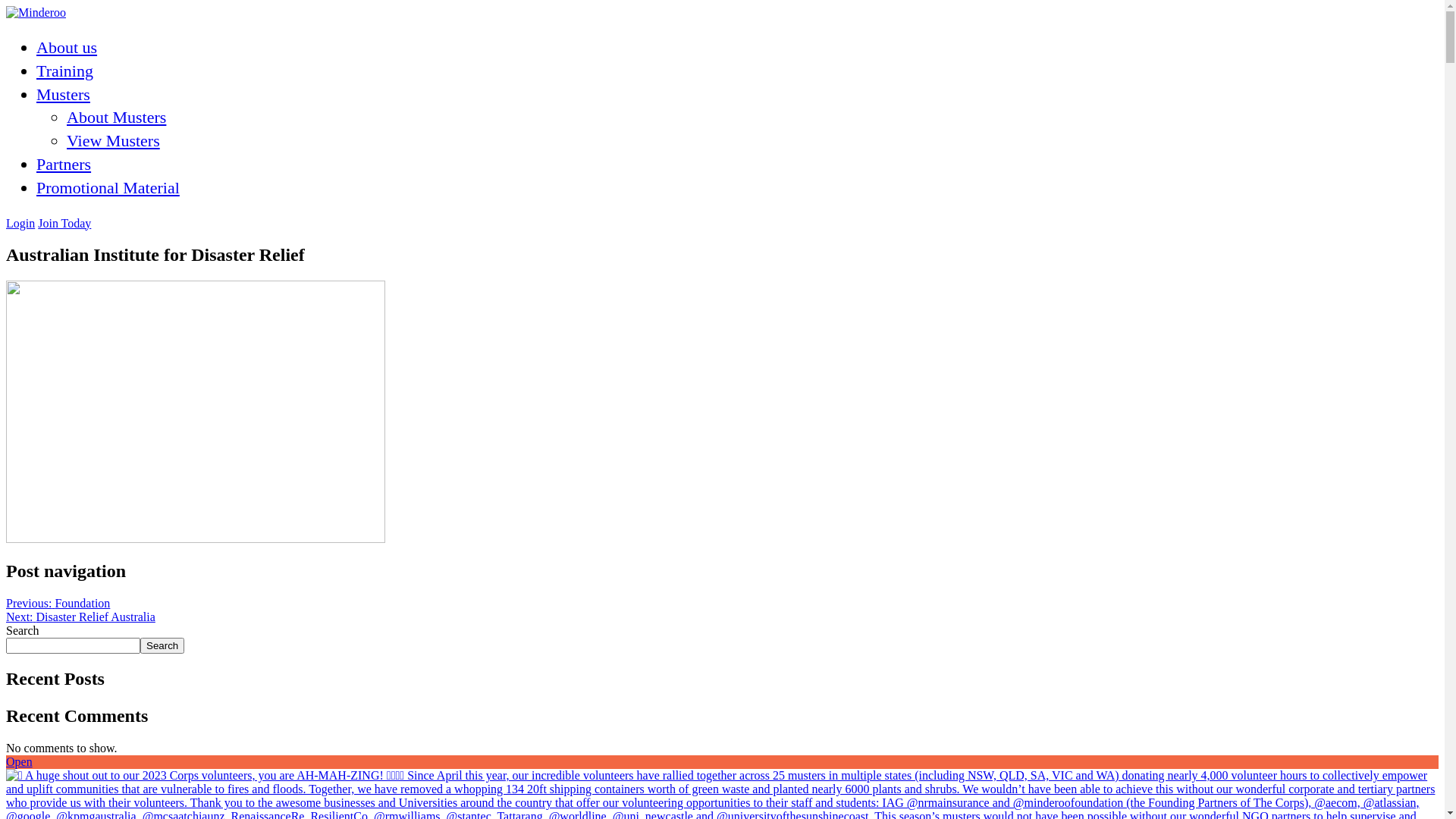  What do you see at coordinates (162, 645) in the screenshot?
I see `'Search'` at bounding box center [162, 645].